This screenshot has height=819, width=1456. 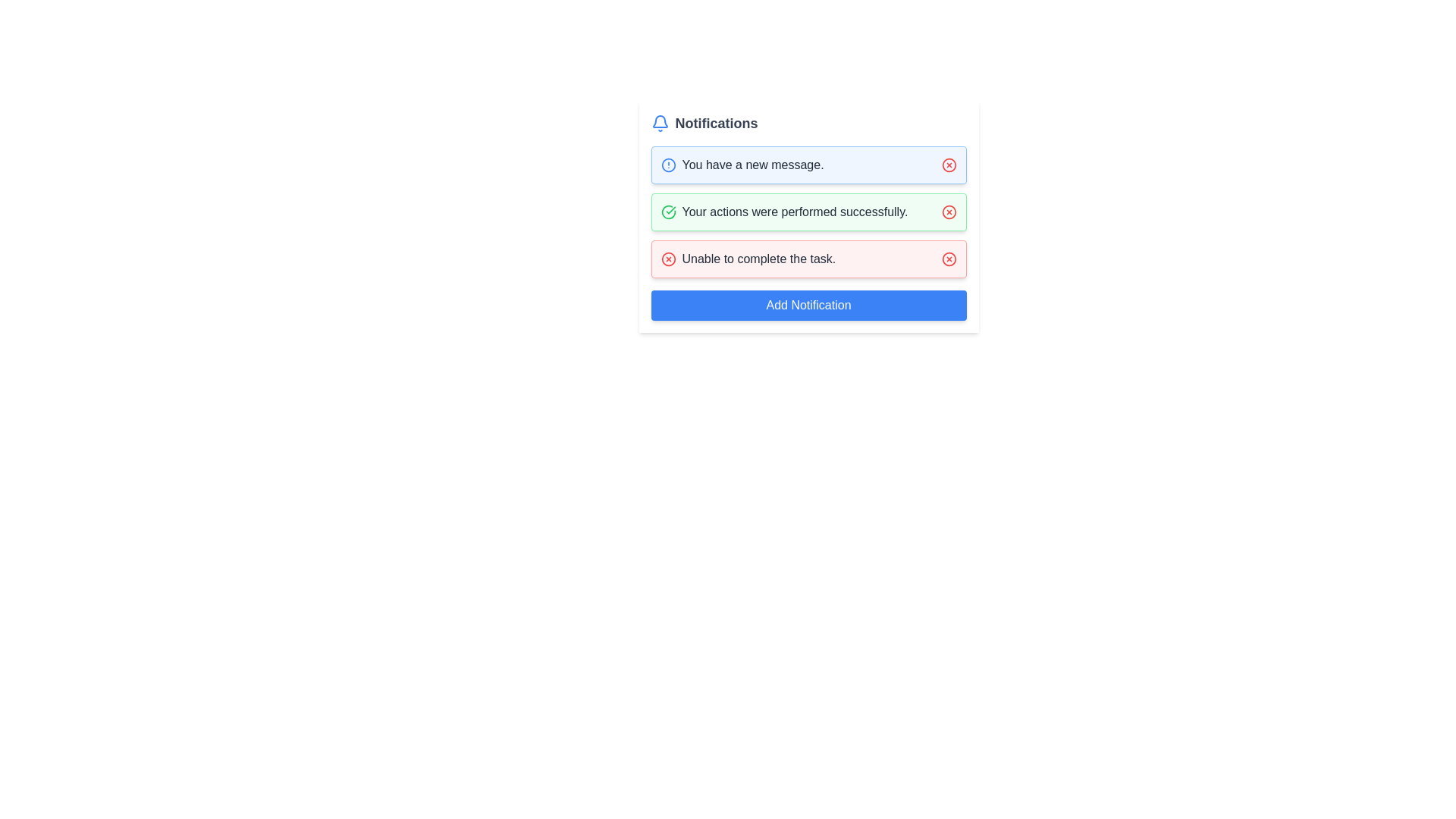 I want to click on the circular close or dismiss icon located to the immediate right of the text 'You have a new message.' in the first notification item, so click(x=948, y=165).